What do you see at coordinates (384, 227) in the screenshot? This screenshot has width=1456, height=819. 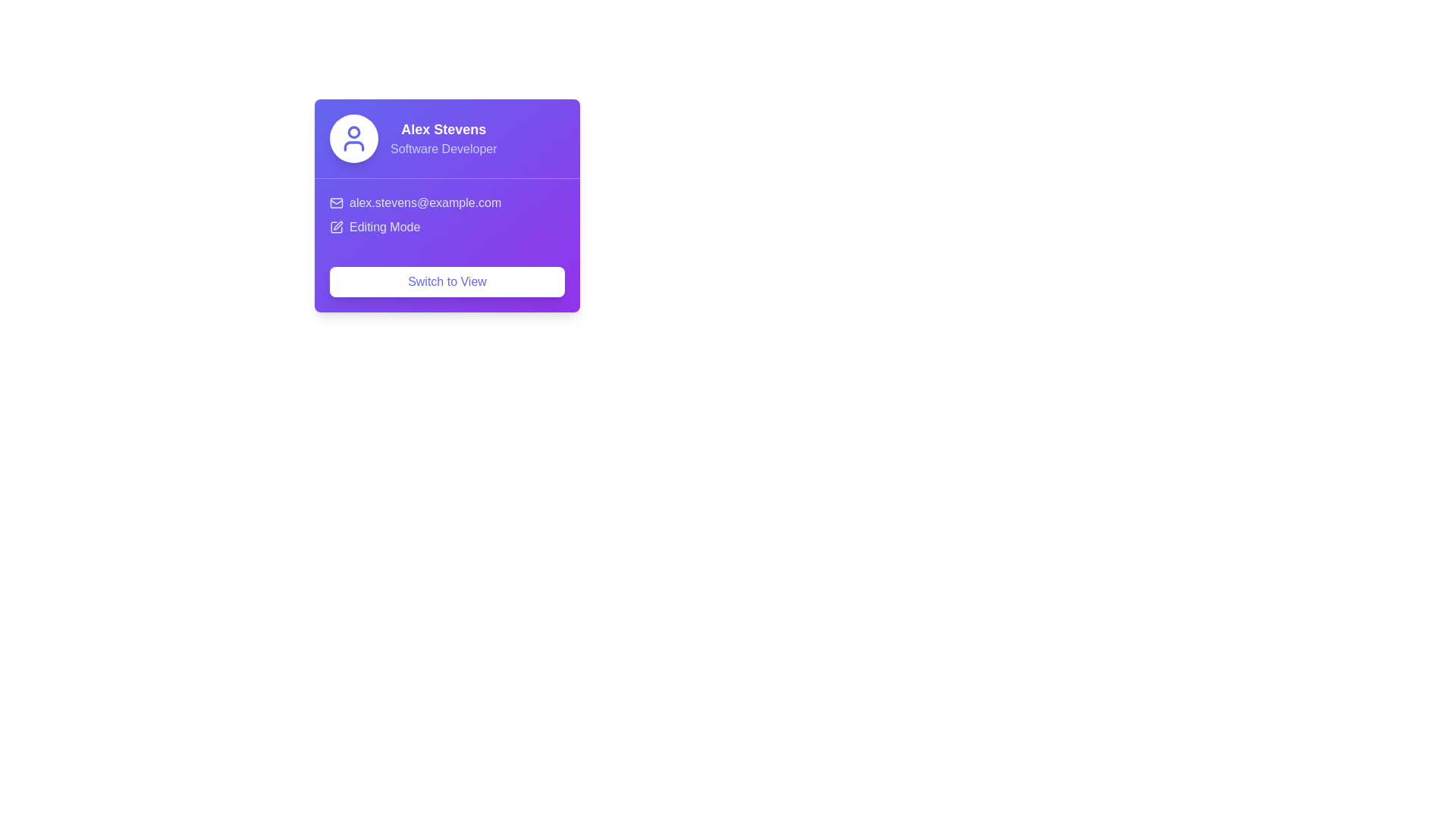 I see `displayed text of the 'Editing Mode' label, which is positioned above the 'Switch to View' button in the bottom section of a card-like UI component, following an icon of a pencil-like editing tool` at bounding box center [384, 227].